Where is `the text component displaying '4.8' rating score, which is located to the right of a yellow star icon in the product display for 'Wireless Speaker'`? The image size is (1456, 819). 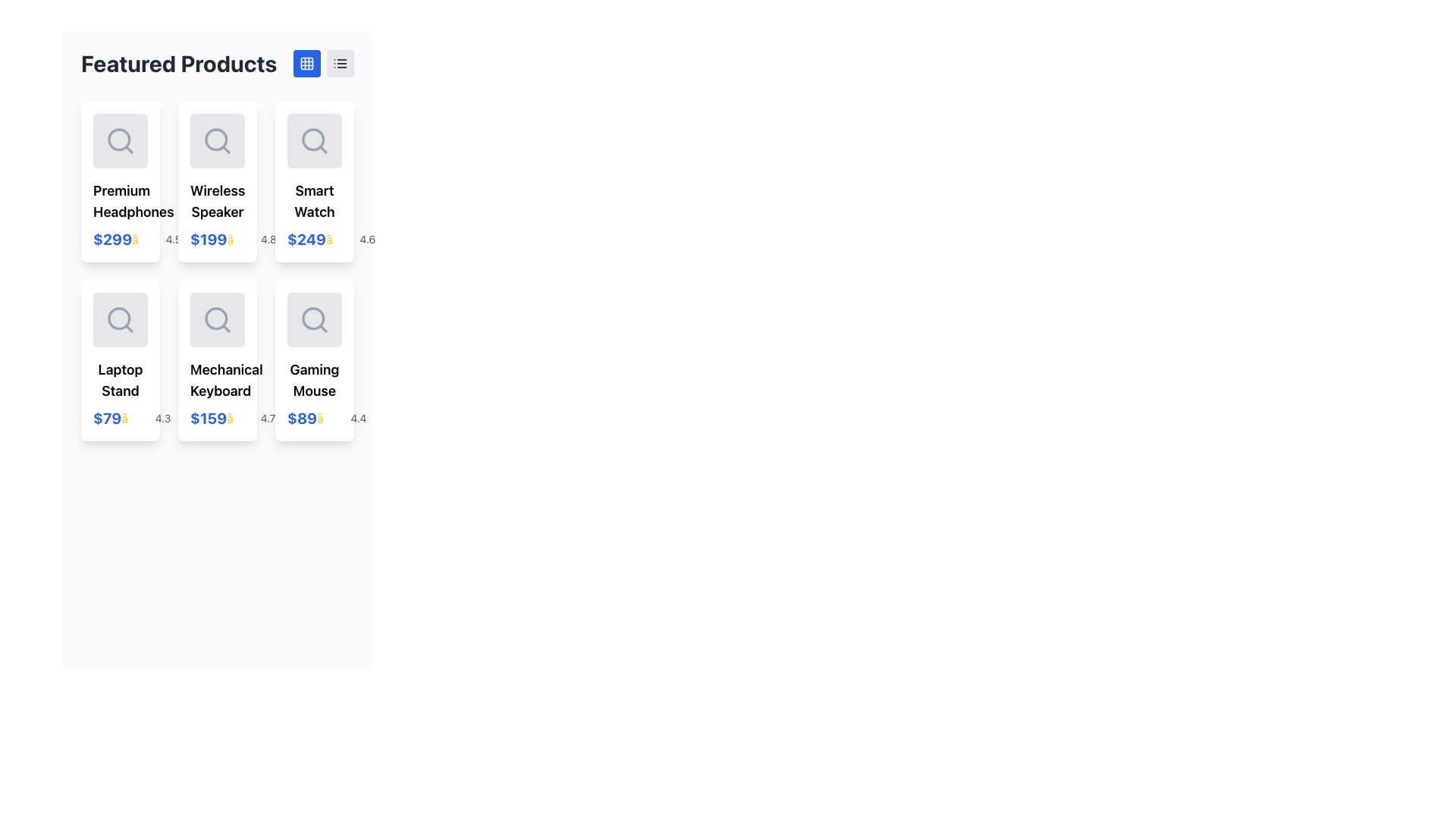 the text component displaying '4.8' rating score, which is located to the right of a yellow star icon in the product display for 'Wireless Speaker' is located at coordinates (268, 239).